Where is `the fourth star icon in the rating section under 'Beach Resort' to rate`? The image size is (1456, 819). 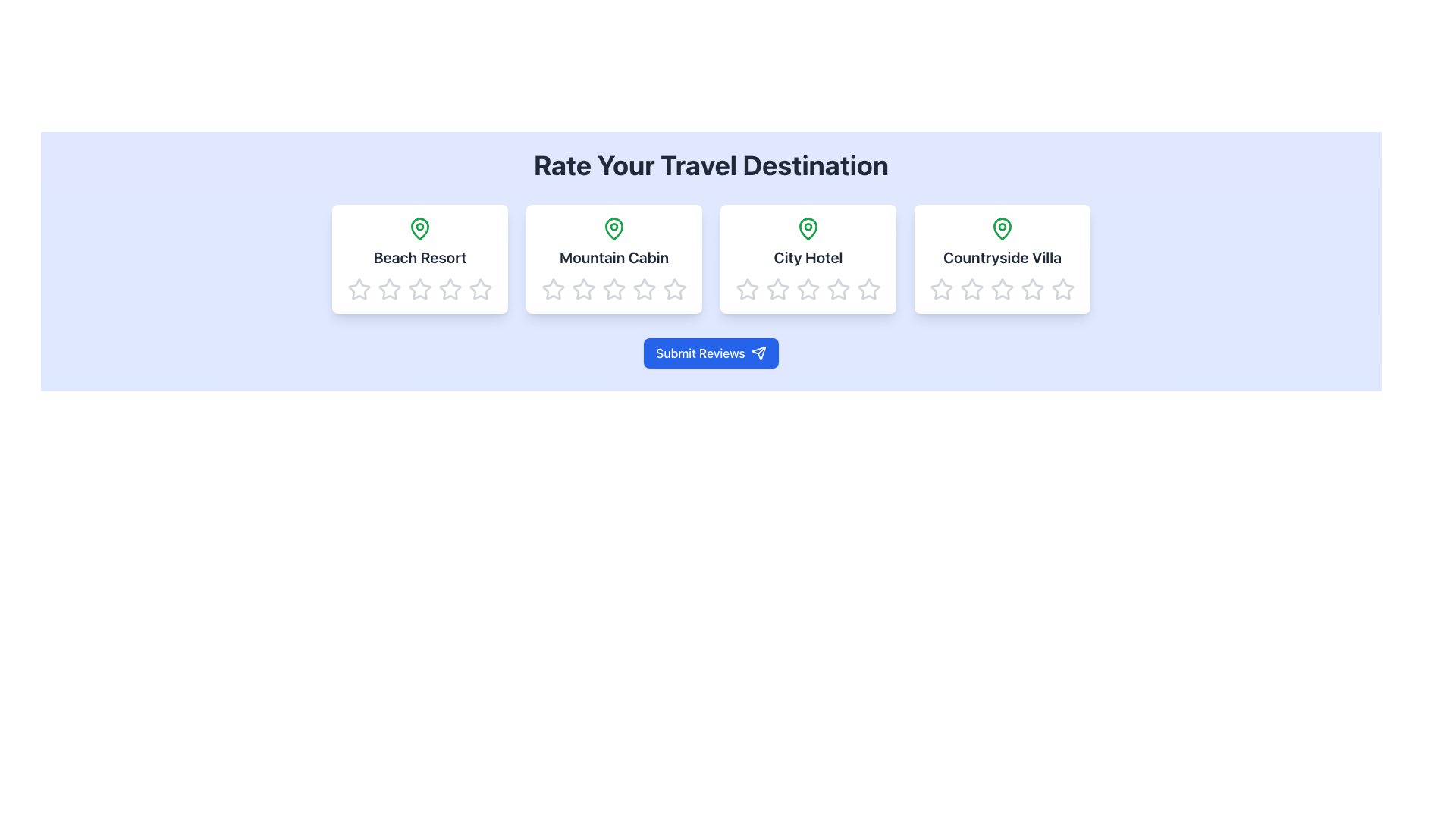 the fourth star icon in the rating section under 'Beach Resort' to rate is located at coordinates (419, 289).